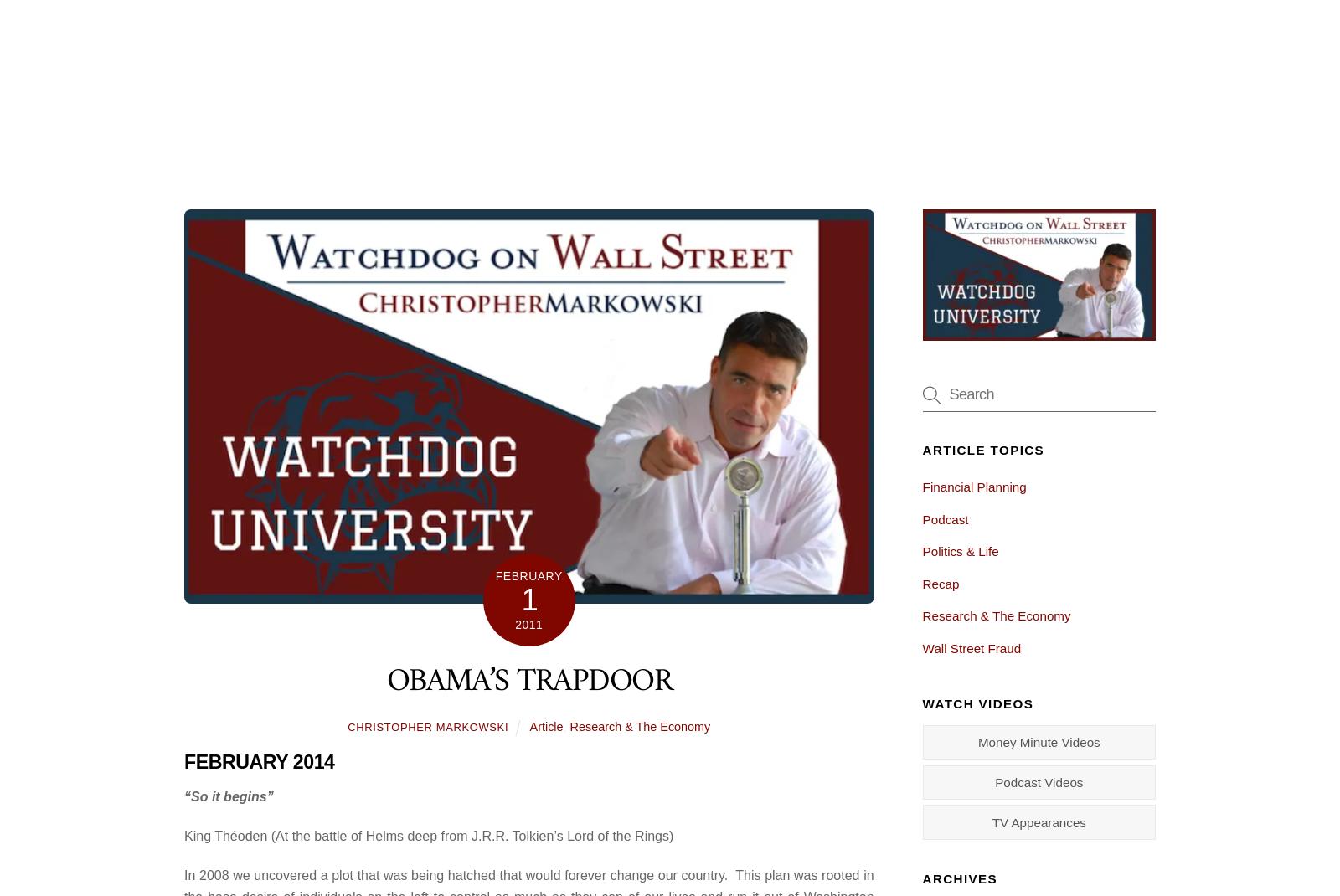 The height and width of the screenshot is (896, 1340). I want to click on 'Accept All', so click(1235, 803).